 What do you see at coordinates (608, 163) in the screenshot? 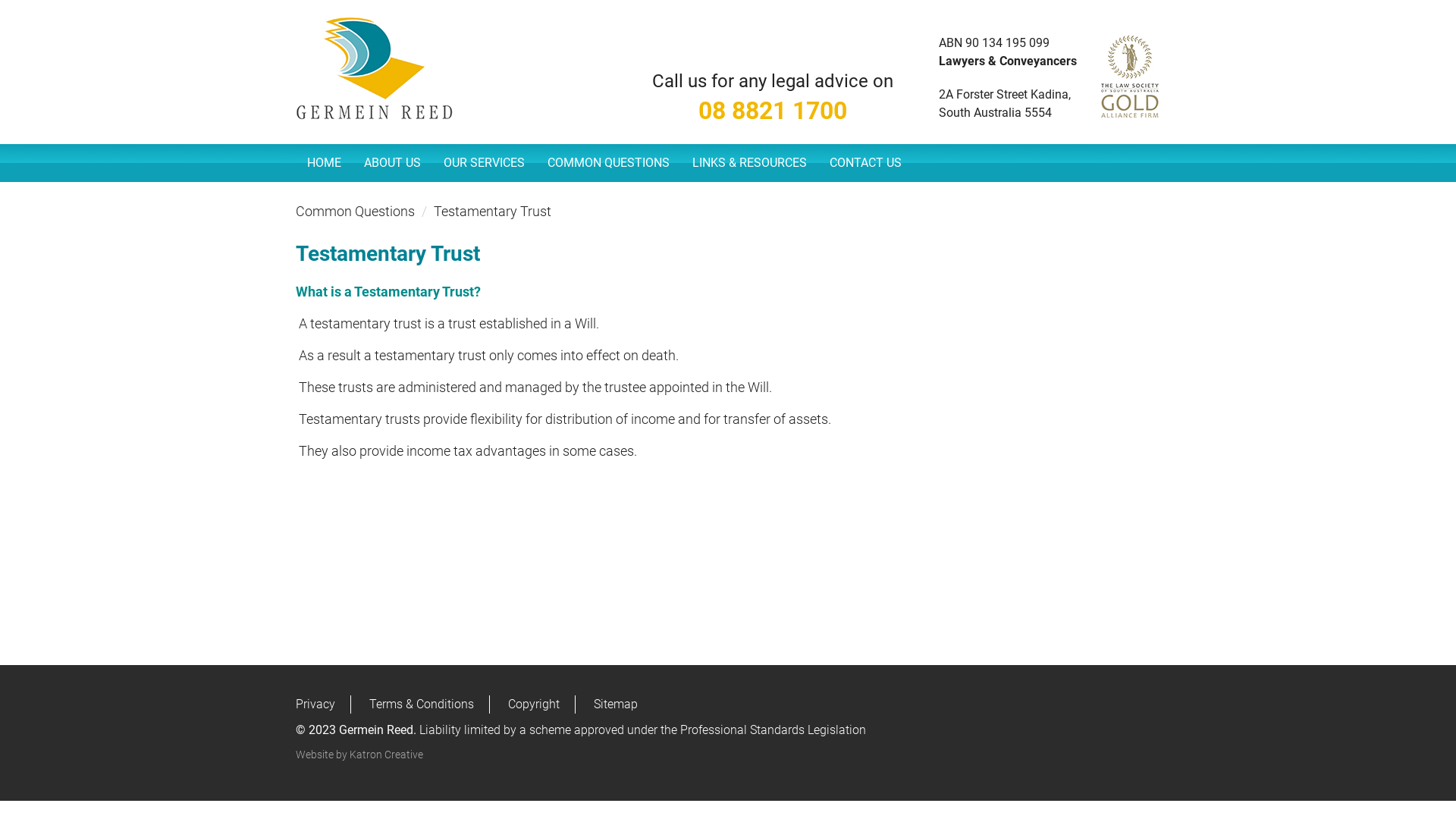
I see `'COMMON QUESTIONS'` at bounding box center [608, 163].